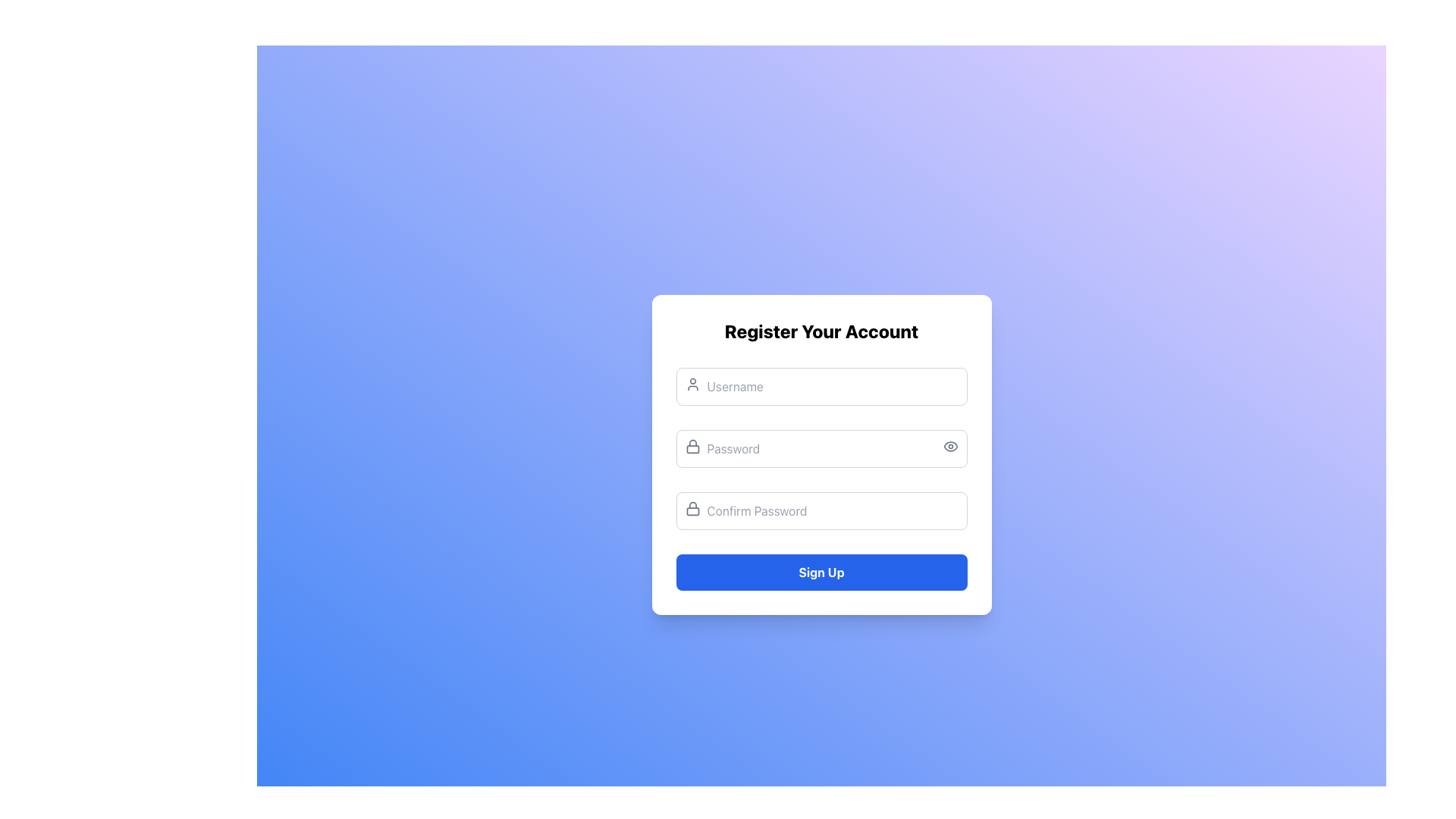 Image resolution: width=1456 pixels, height=819 pixels. I want to click on the outer elliptical shell of the eye icon, which is located above the pupil inside the password input field on the registration form, so click(949, 446).